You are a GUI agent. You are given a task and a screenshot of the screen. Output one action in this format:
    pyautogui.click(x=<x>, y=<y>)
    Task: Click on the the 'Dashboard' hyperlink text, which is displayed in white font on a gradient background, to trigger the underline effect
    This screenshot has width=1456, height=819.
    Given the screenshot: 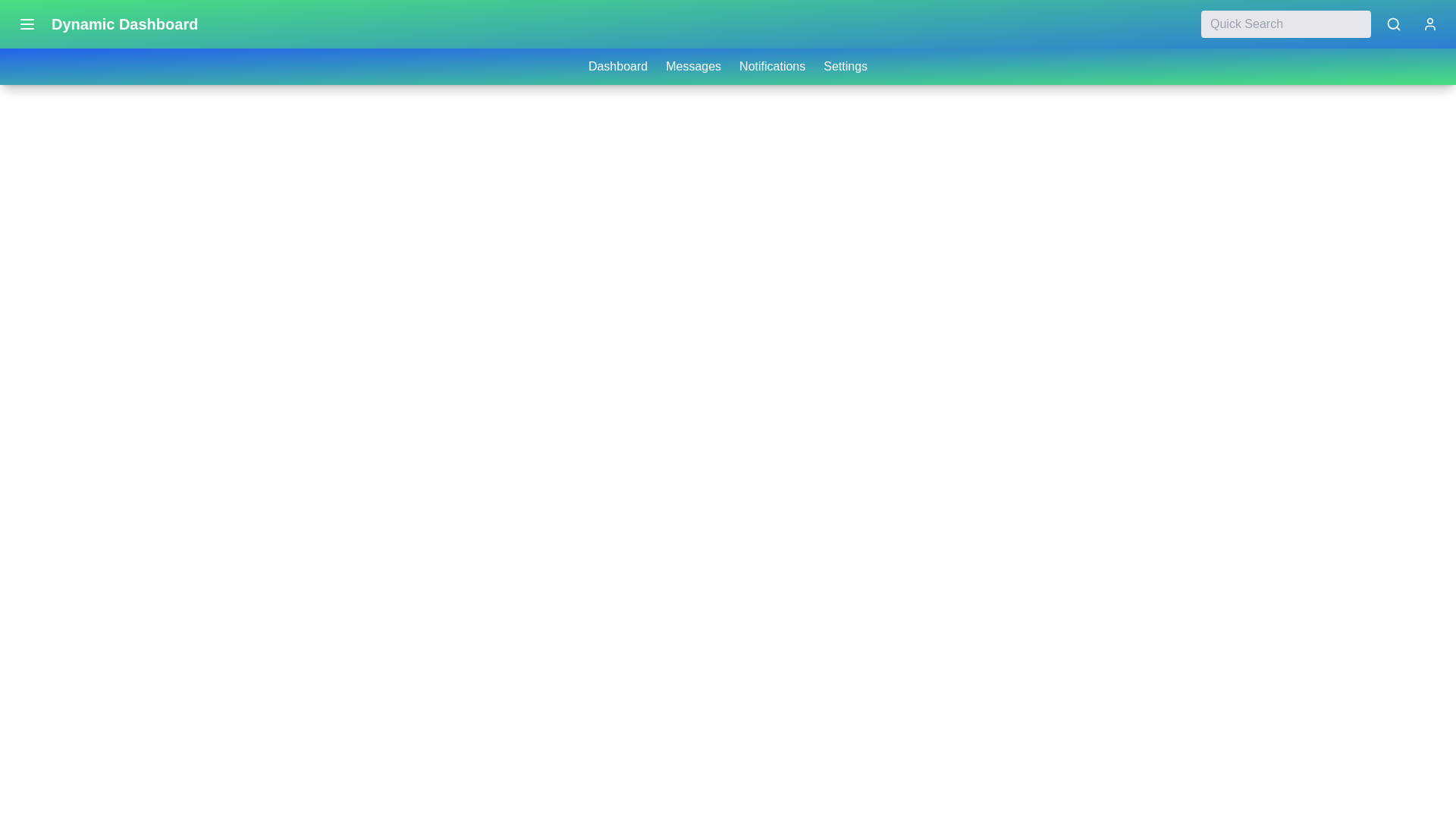 What is the action you would take?
    pyautogui.click(x=618, y=66)
    